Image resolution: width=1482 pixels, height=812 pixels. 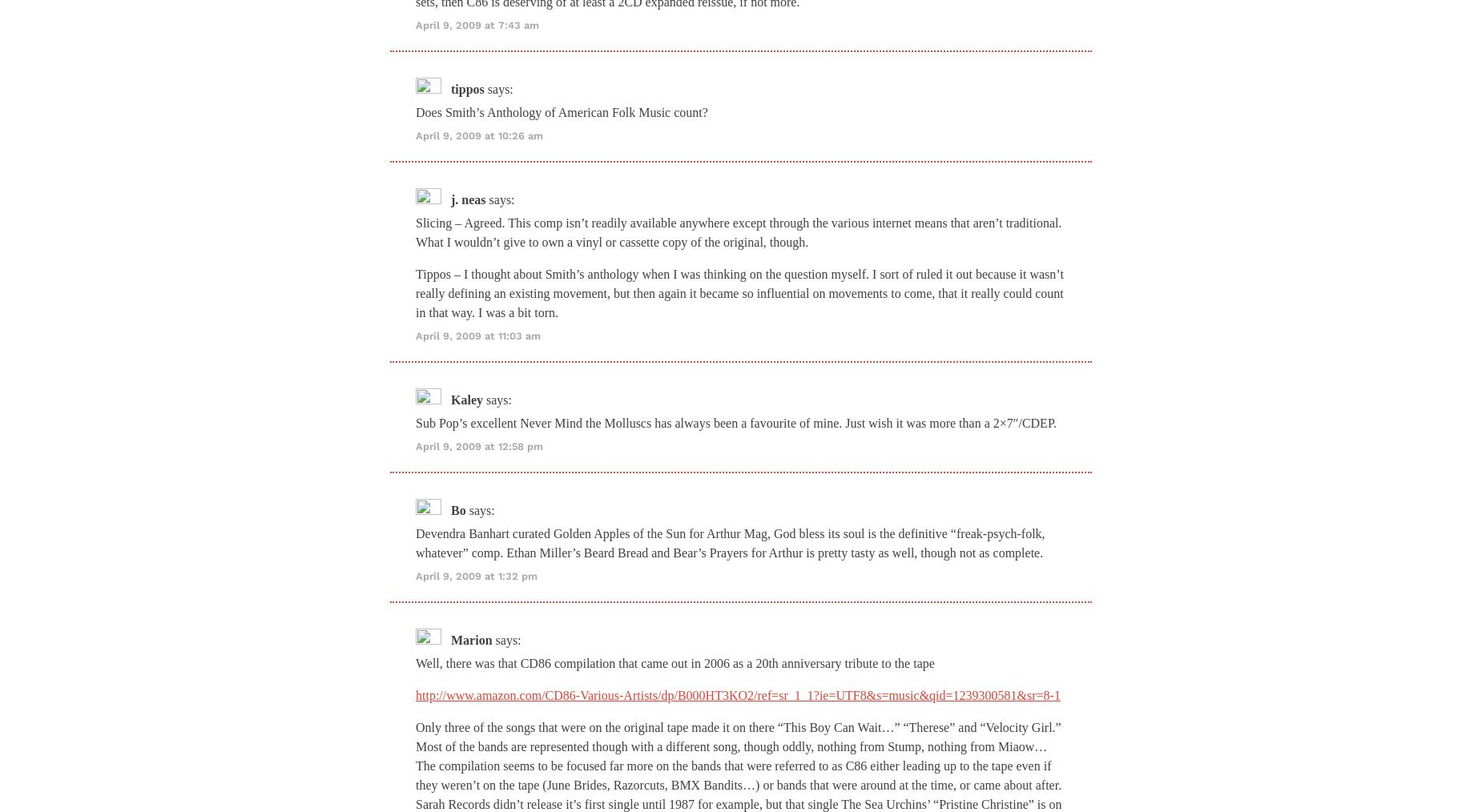 What do you see at coordinates (477, 23) in the screenshot?
I see `'April 9, 2009 at 7:43 am'` at bounding box center [477, 23].